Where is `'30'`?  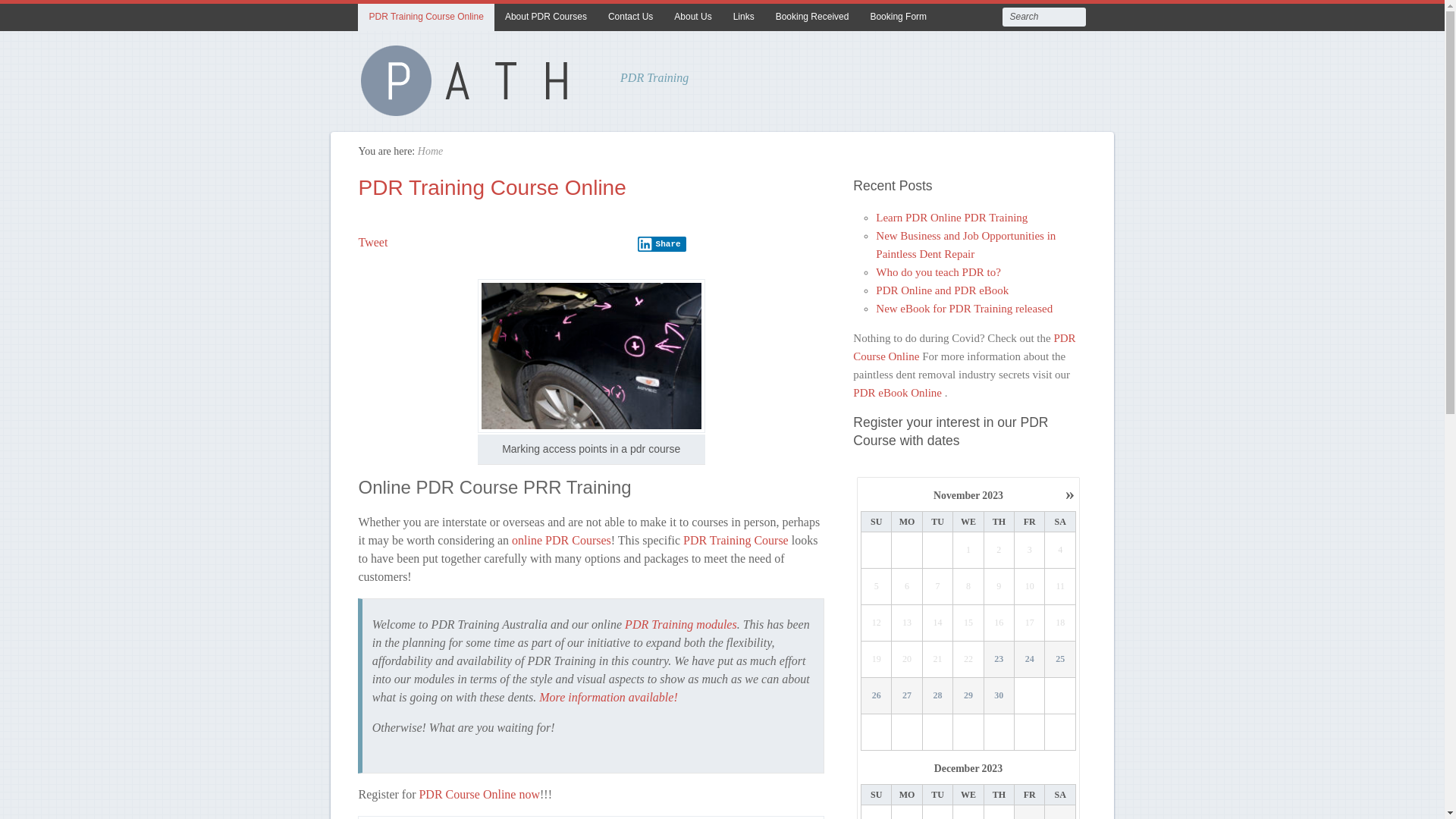 '30' is located at coordinates (999, 695).